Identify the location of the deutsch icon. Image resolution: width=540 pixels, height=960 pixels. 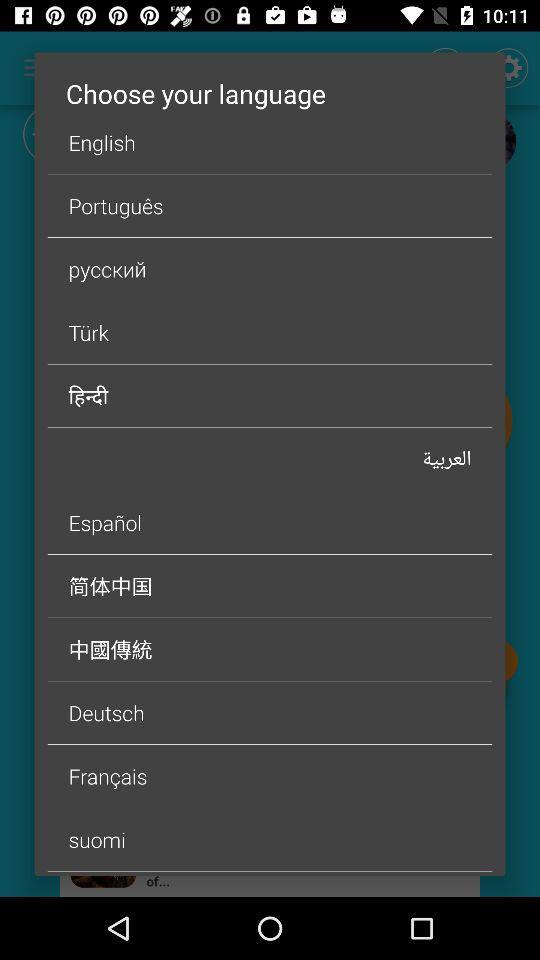
(270, 712).